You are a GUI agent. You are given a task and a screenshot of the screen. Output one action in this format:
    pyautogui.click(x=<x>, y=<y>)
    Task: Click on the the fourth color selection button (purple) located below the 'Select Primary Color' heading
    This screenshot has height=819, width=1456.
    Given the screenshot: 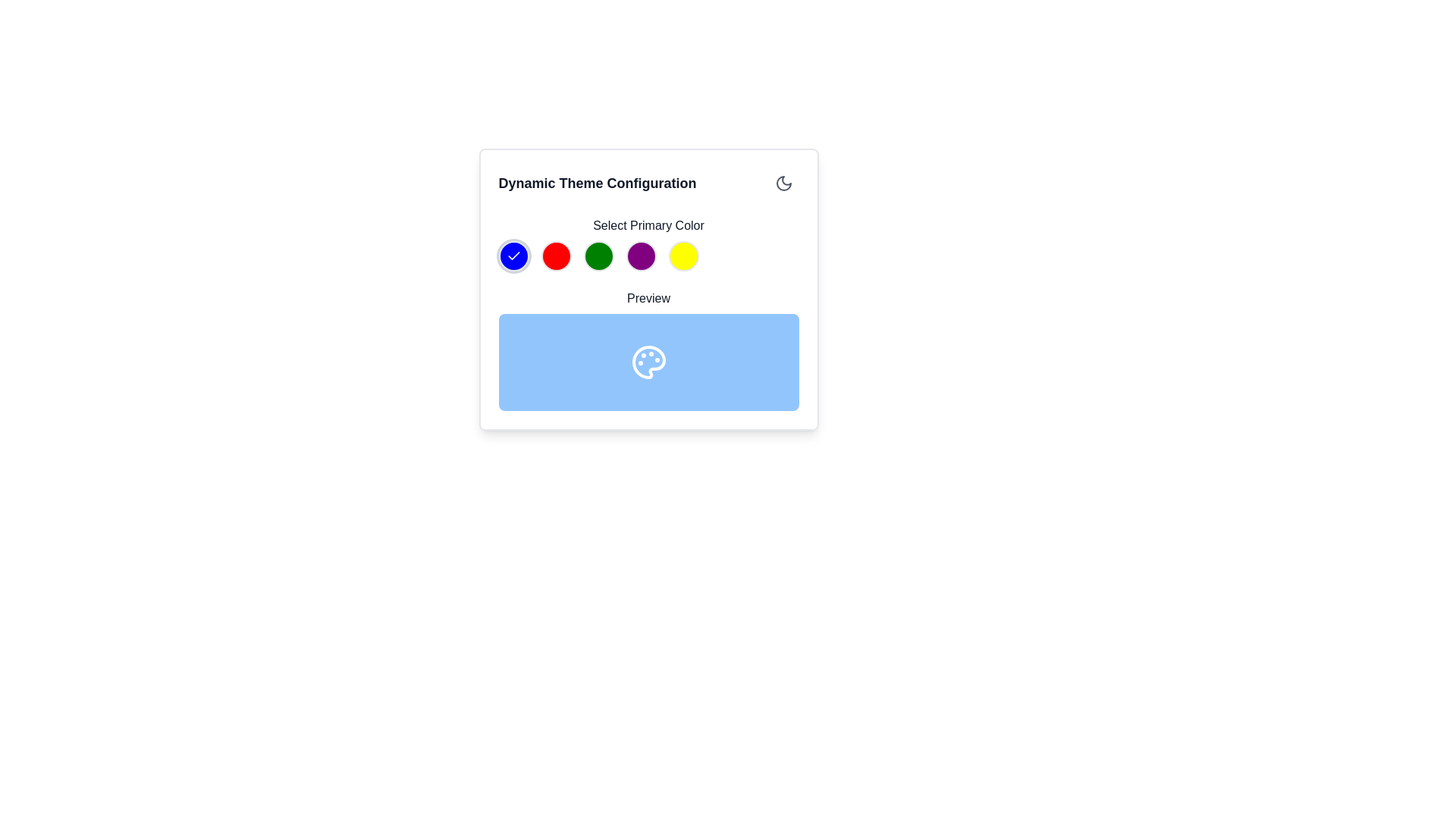 What is the action you would take?
    pyautogui.click(x=648, y=243)
    